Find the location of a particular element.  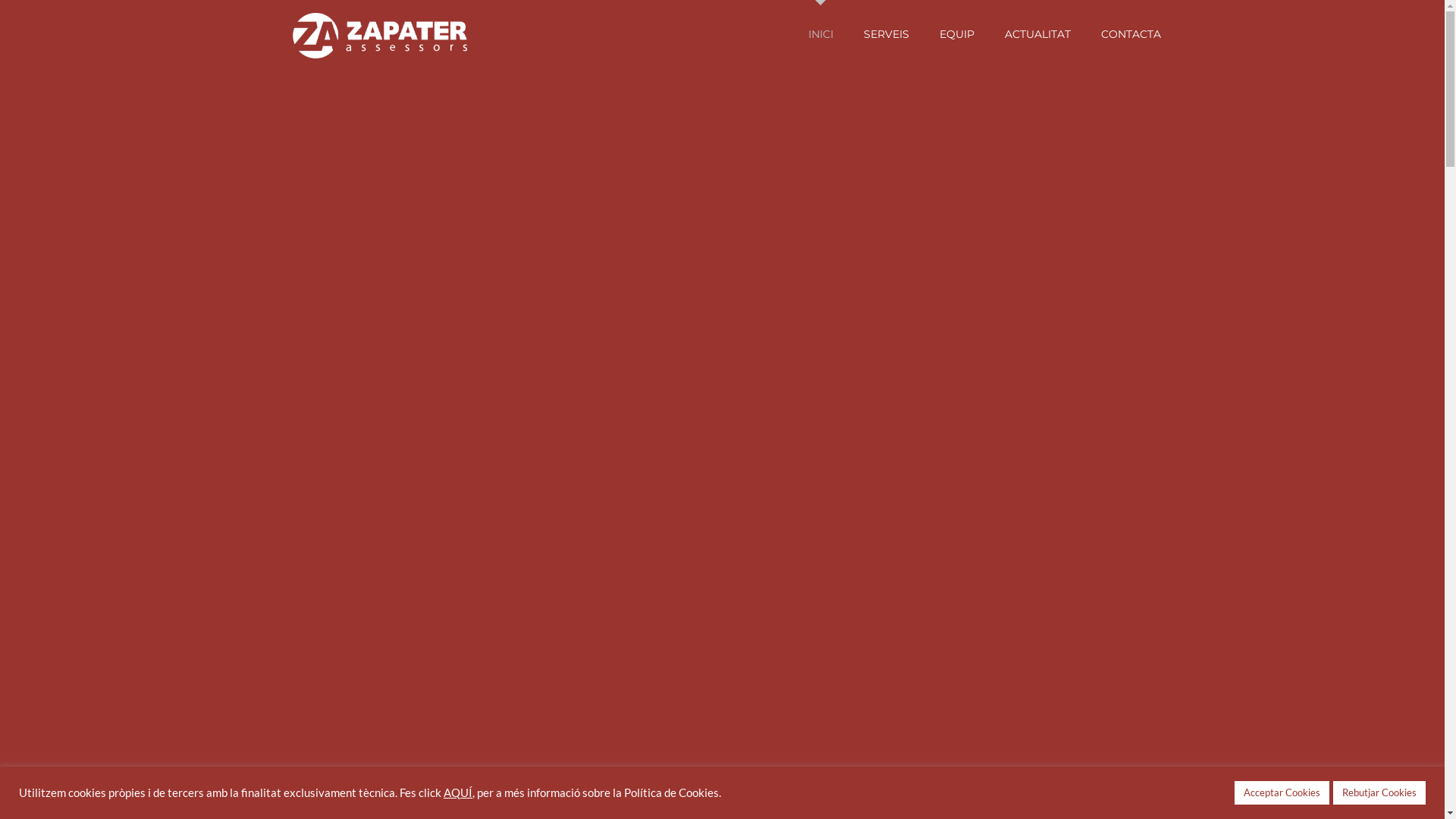

'Acceptar Cookies' is located at coordinates (1281, 792).